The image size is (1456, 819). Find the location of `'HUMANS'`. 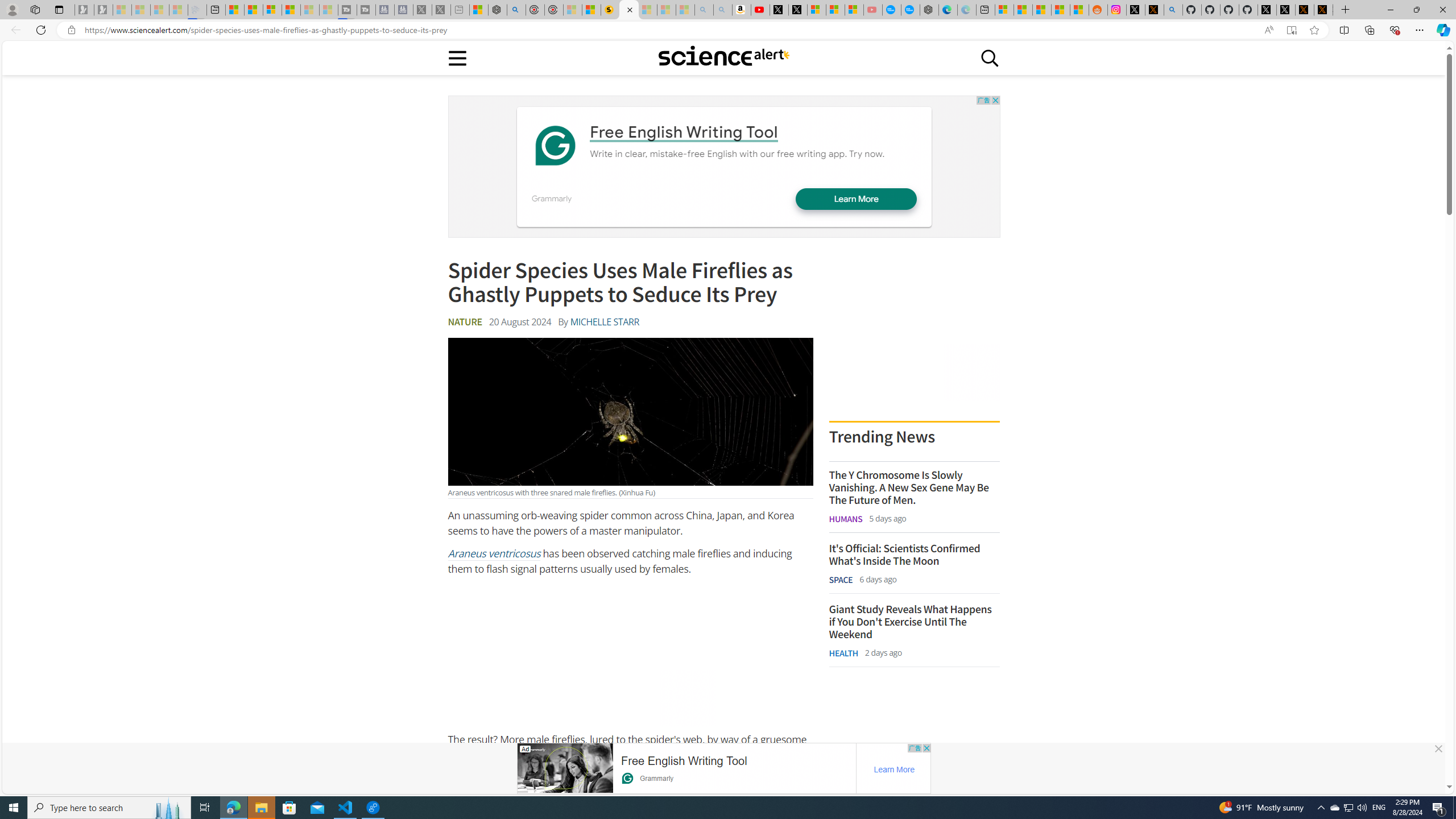

'HUMANS' is located at coordinates (846, 518).